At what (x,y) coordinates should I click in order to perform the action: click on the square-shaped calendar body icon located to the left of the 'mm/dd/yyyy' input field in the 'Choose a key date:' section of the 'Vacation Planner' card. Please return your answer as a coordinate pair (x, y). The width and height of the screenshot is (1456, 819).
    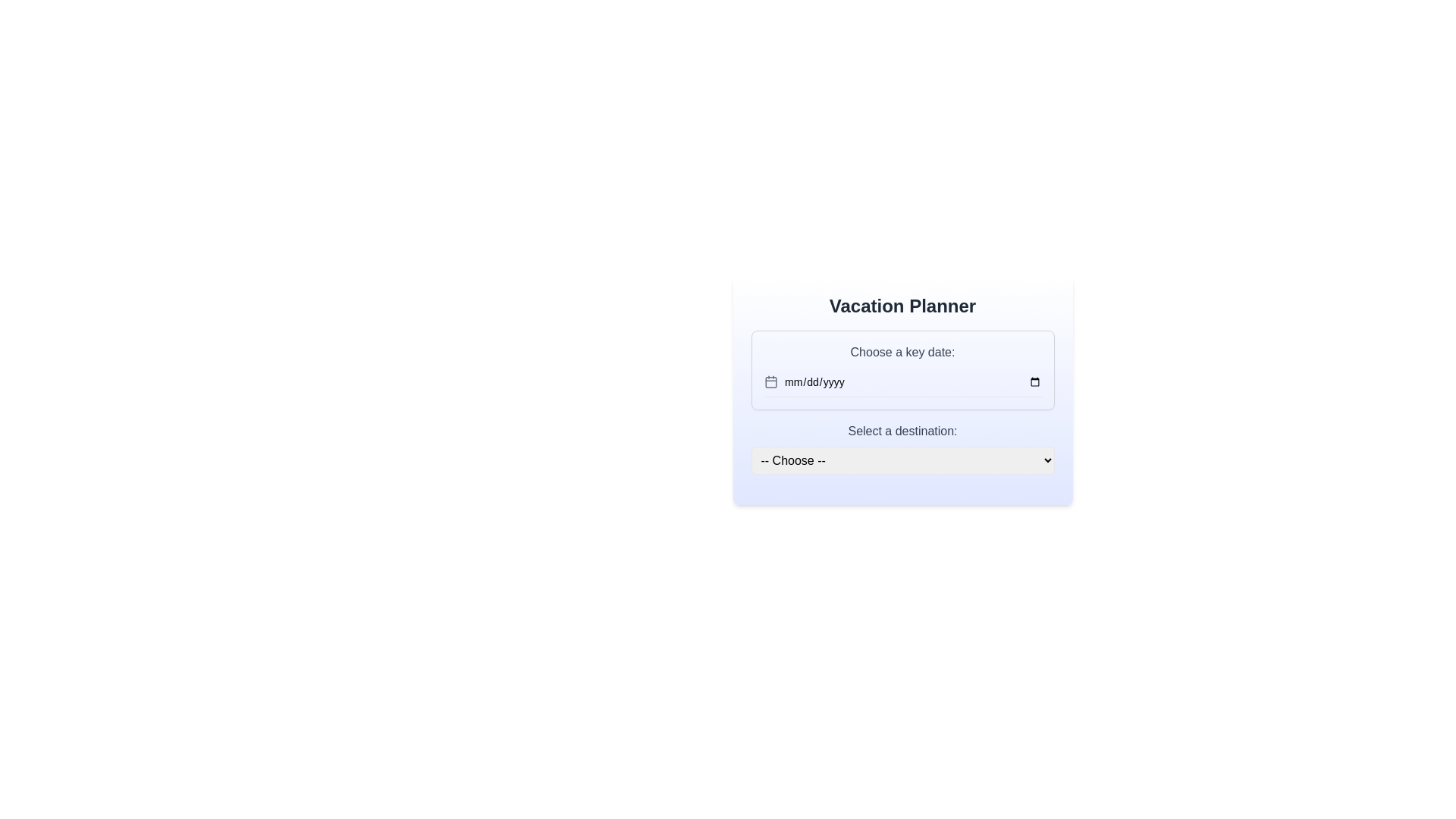
    Looking at the image, I should click on (770, 381).